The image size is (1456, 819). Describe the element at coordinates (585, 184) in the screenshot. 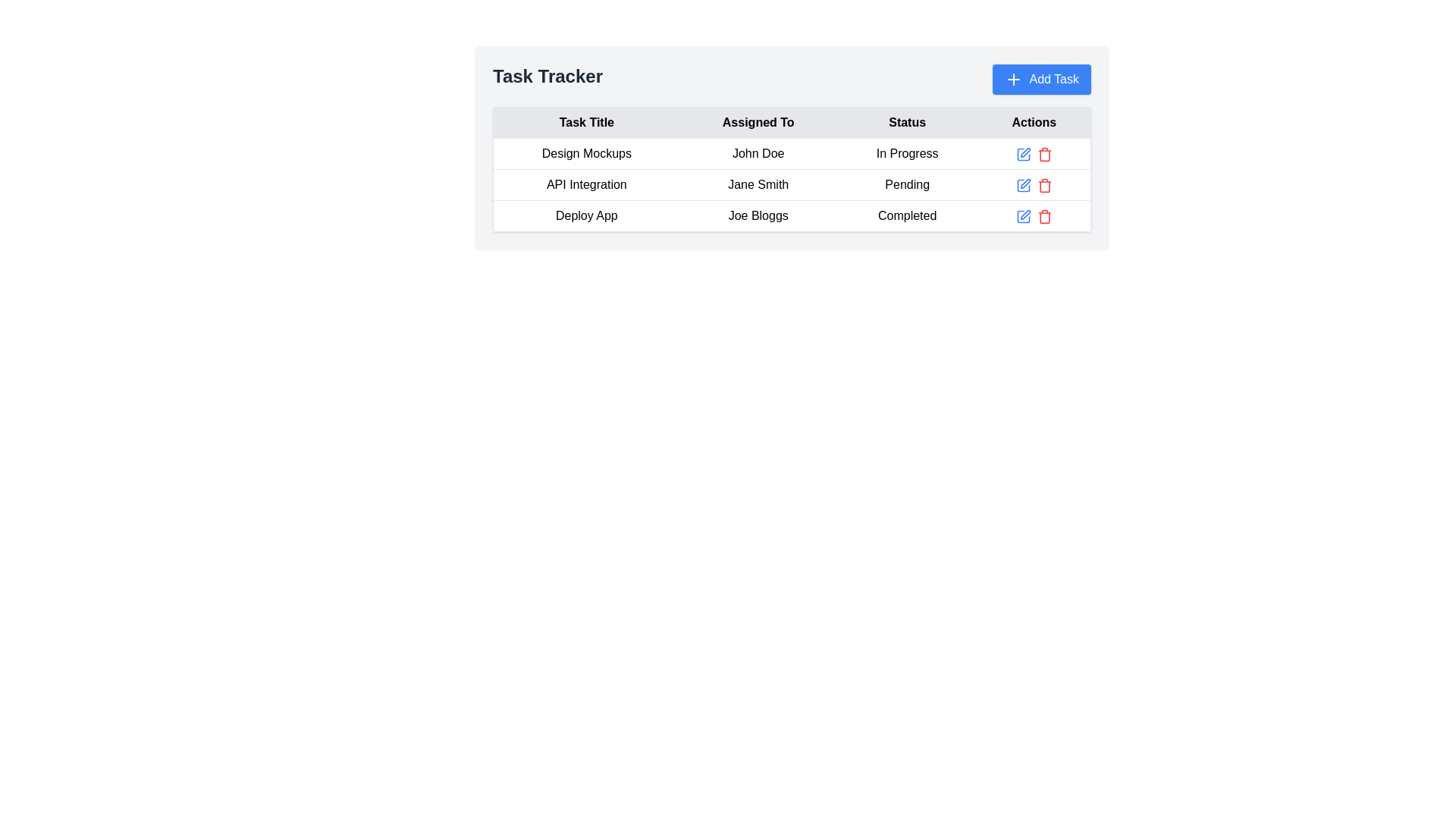

I see `the Text Label indicating the task name 'API Integration', which is located in the first column of the row under 'Design Mockups'` at that location.